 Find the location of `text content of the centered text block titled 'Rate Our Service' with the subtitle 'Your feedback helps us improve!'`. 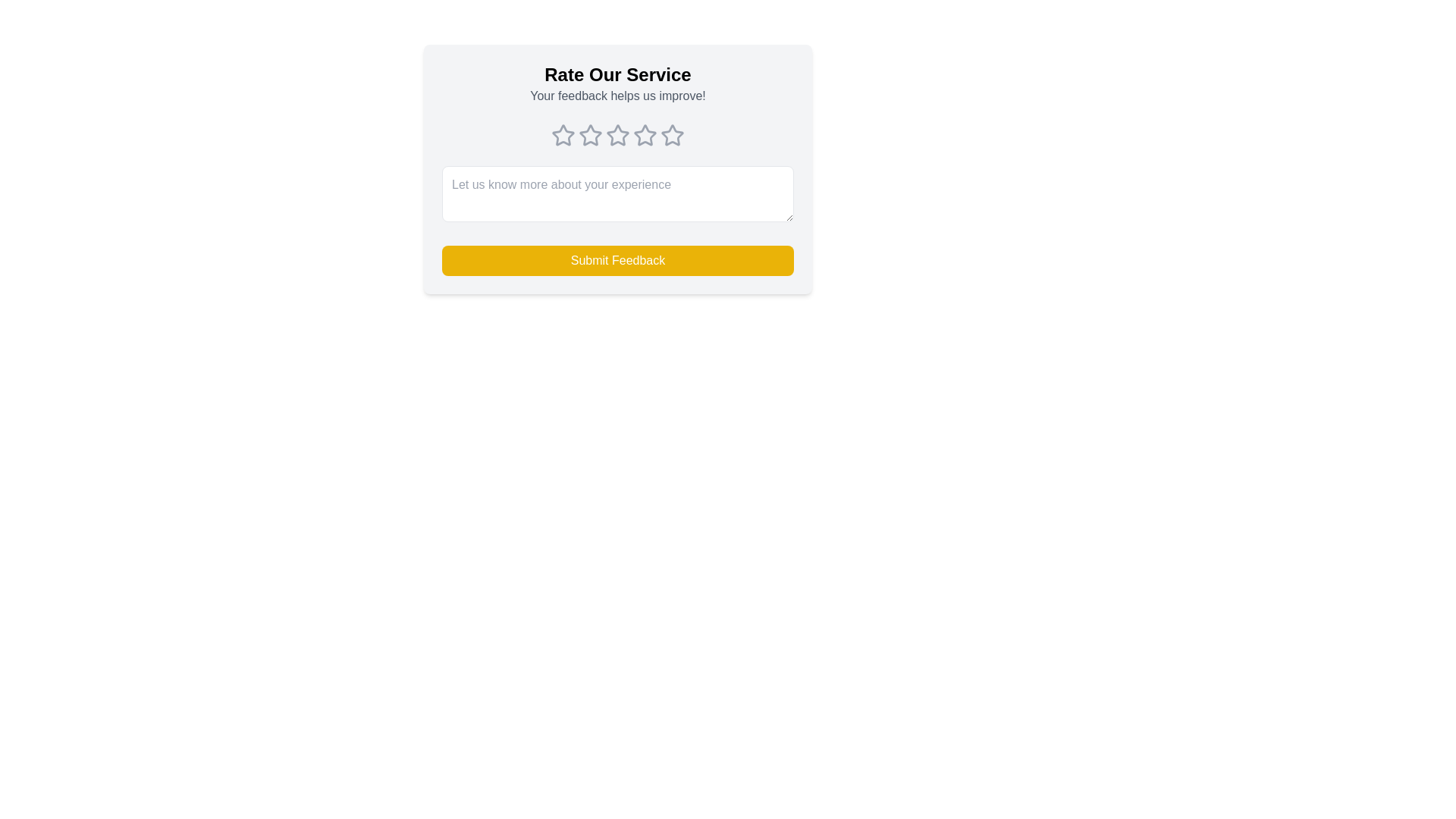

text content of the centered text block titled 'Rate Our Service' with the subtitle 'Your feedback helps us improve!' is located at coordinates (618, 84).